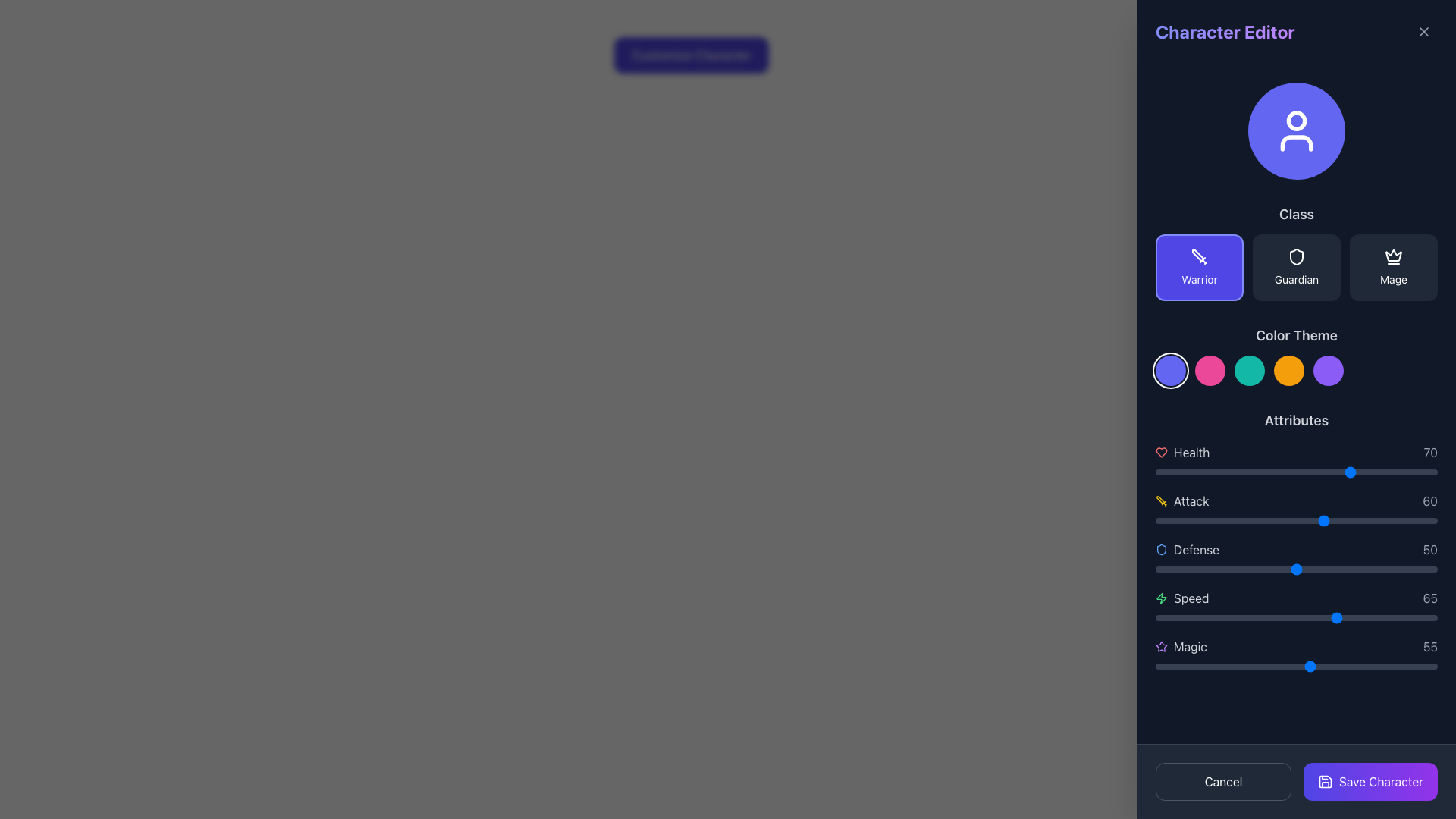  What do you see at coordinates (1166, 570) in the screenshot?
I see `the defense level` at bounding box center [1166, 570].